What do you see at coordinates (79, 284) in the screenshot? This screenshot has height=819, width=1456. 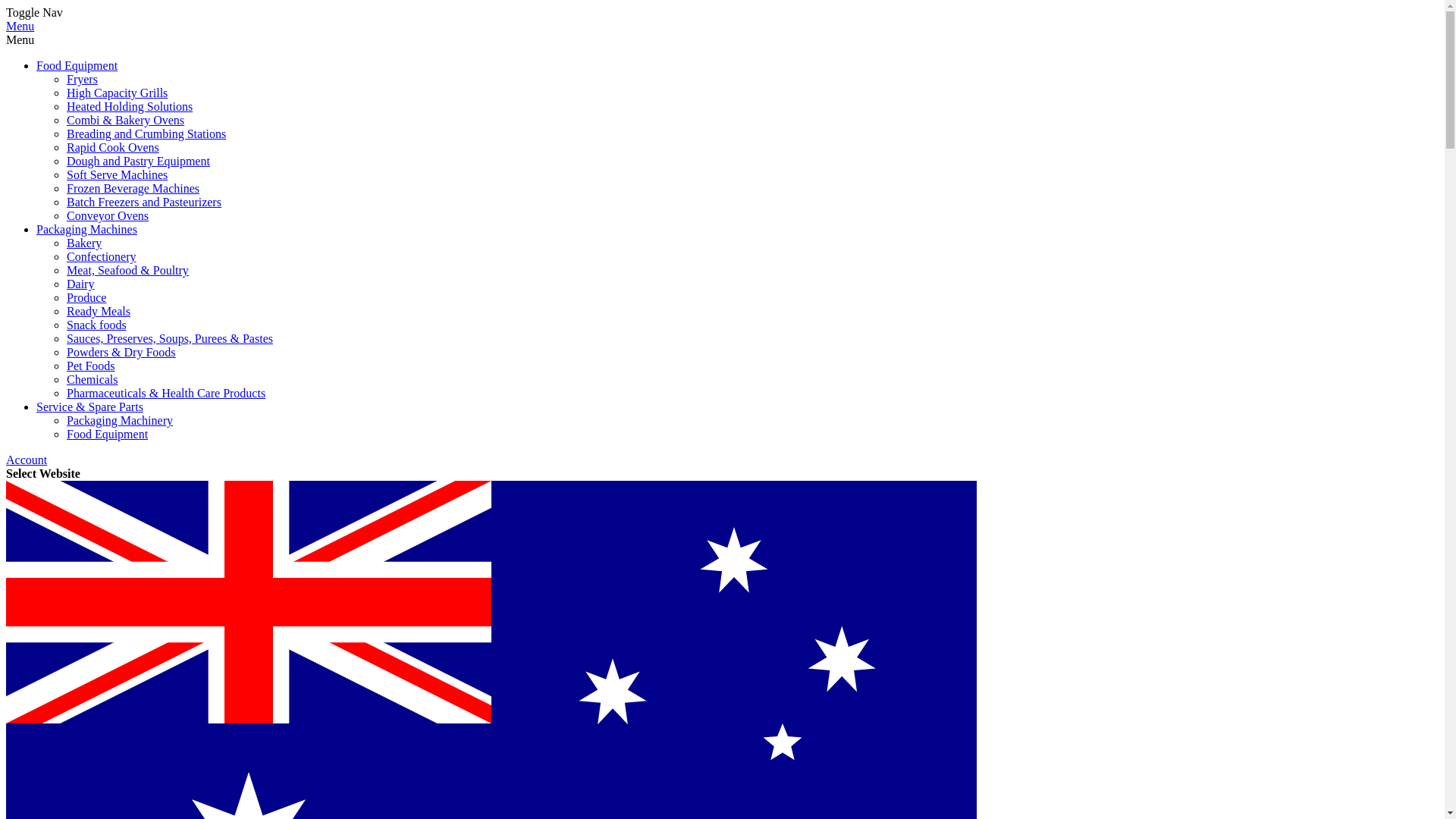 I see `'Dairy'` at bounding box center [79, 284].